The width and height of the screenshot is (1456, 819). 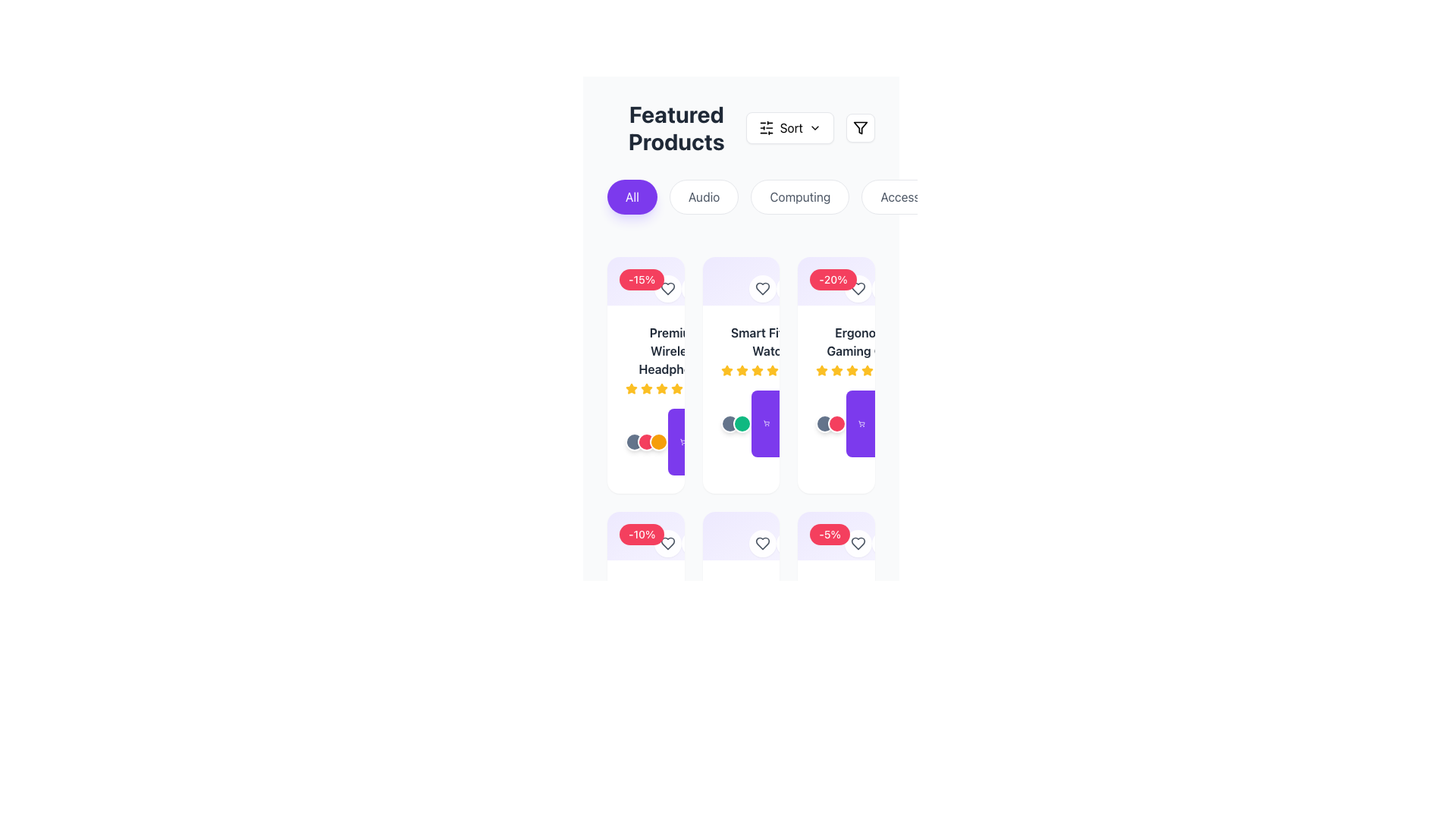 What do you see at coordinates (741, 375) in the screenshot?
I see `star rating for reviews on the product card showcasing the 'Smart Fitness Watch', which is the second card in the top row of the 'Featured Products' section` at bounding box center [741, 375].